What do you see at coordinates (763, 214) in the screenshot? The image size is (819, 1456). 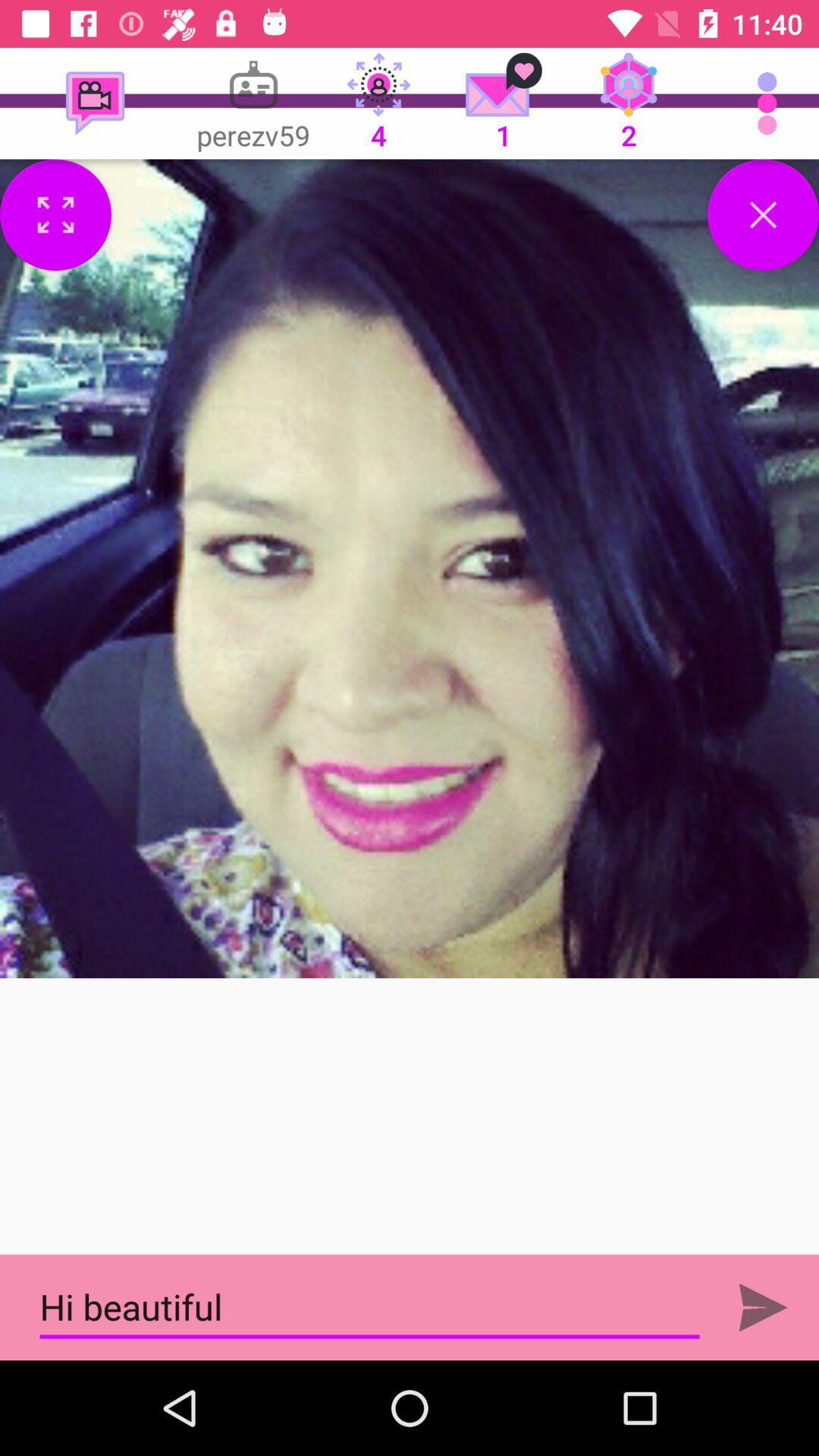 I see `close` at bounding box center [763, 214].